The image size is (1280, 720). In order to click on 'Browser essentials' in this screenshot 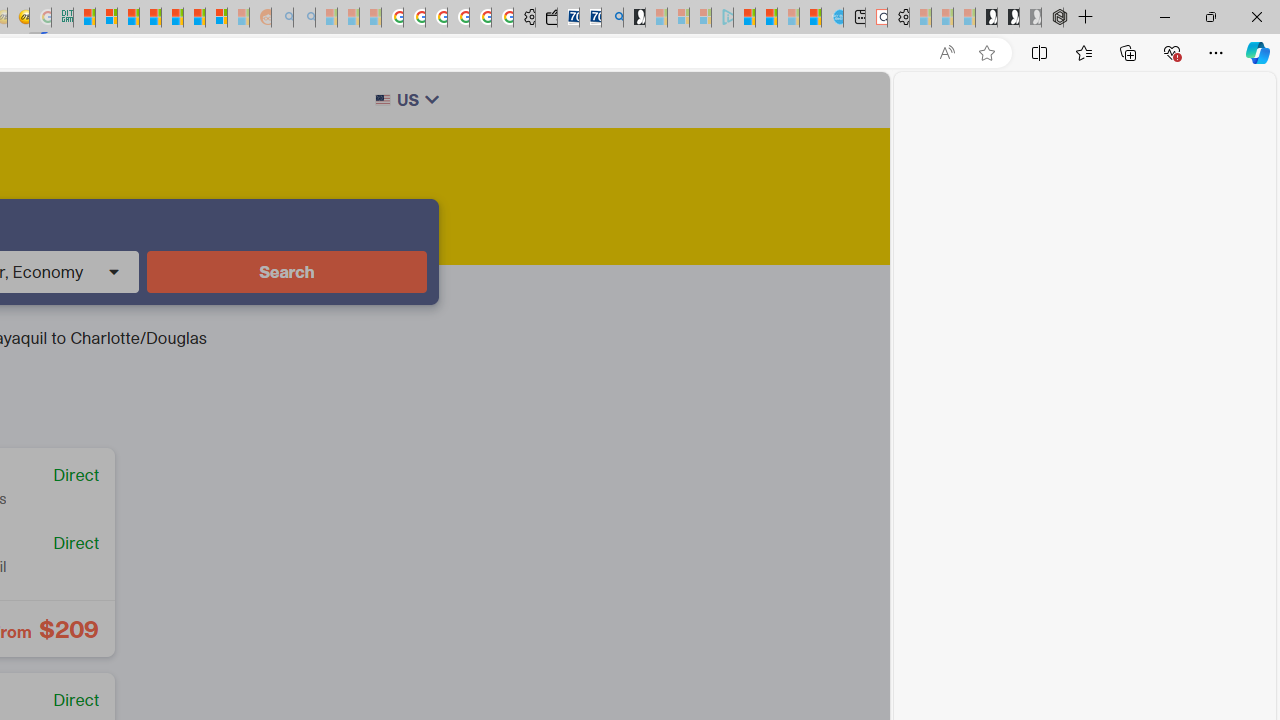, I will do `click(1171, 51)`.